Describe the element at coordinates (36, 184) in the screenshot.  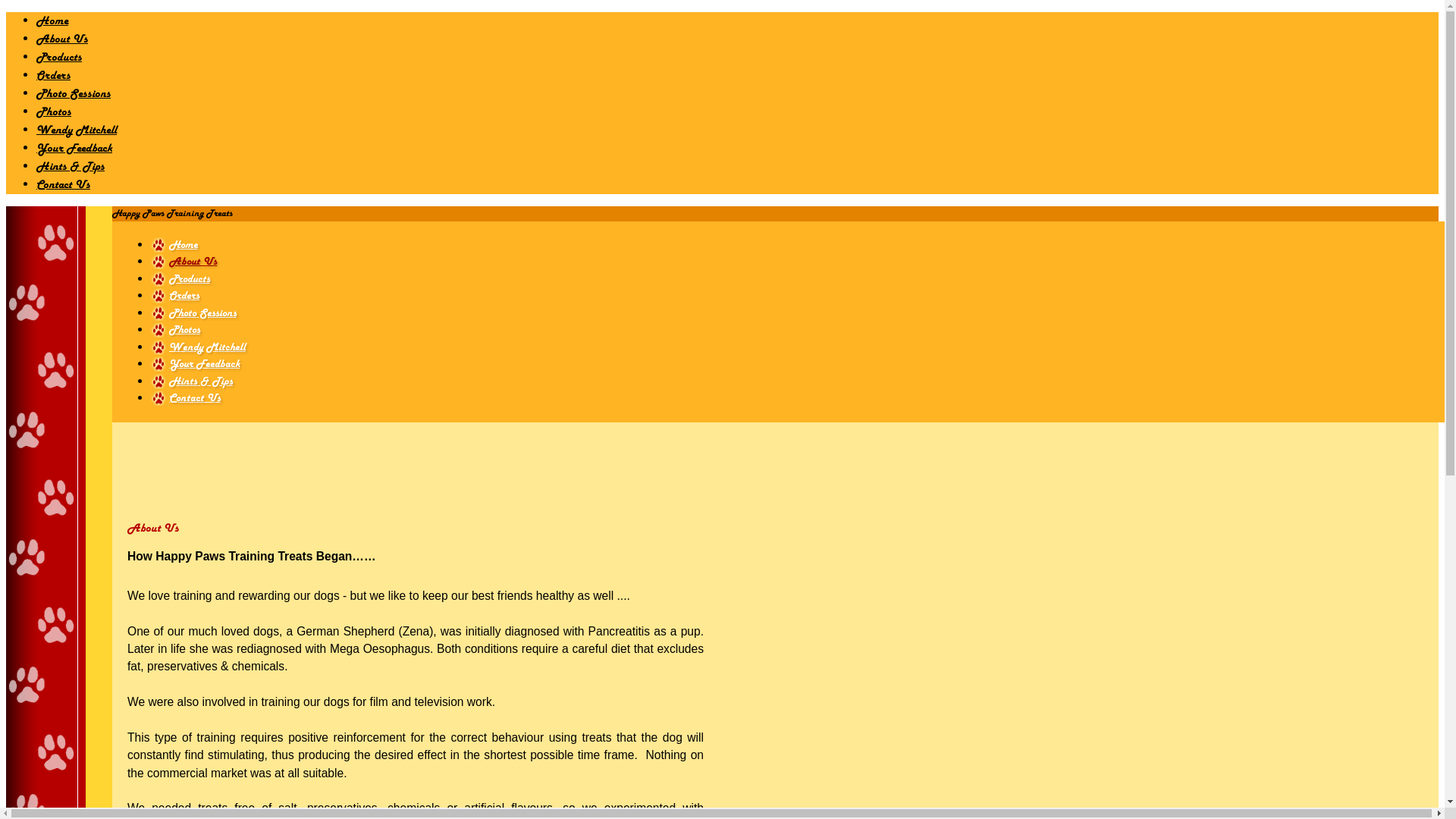
I see `'Contact Us'` at that location.